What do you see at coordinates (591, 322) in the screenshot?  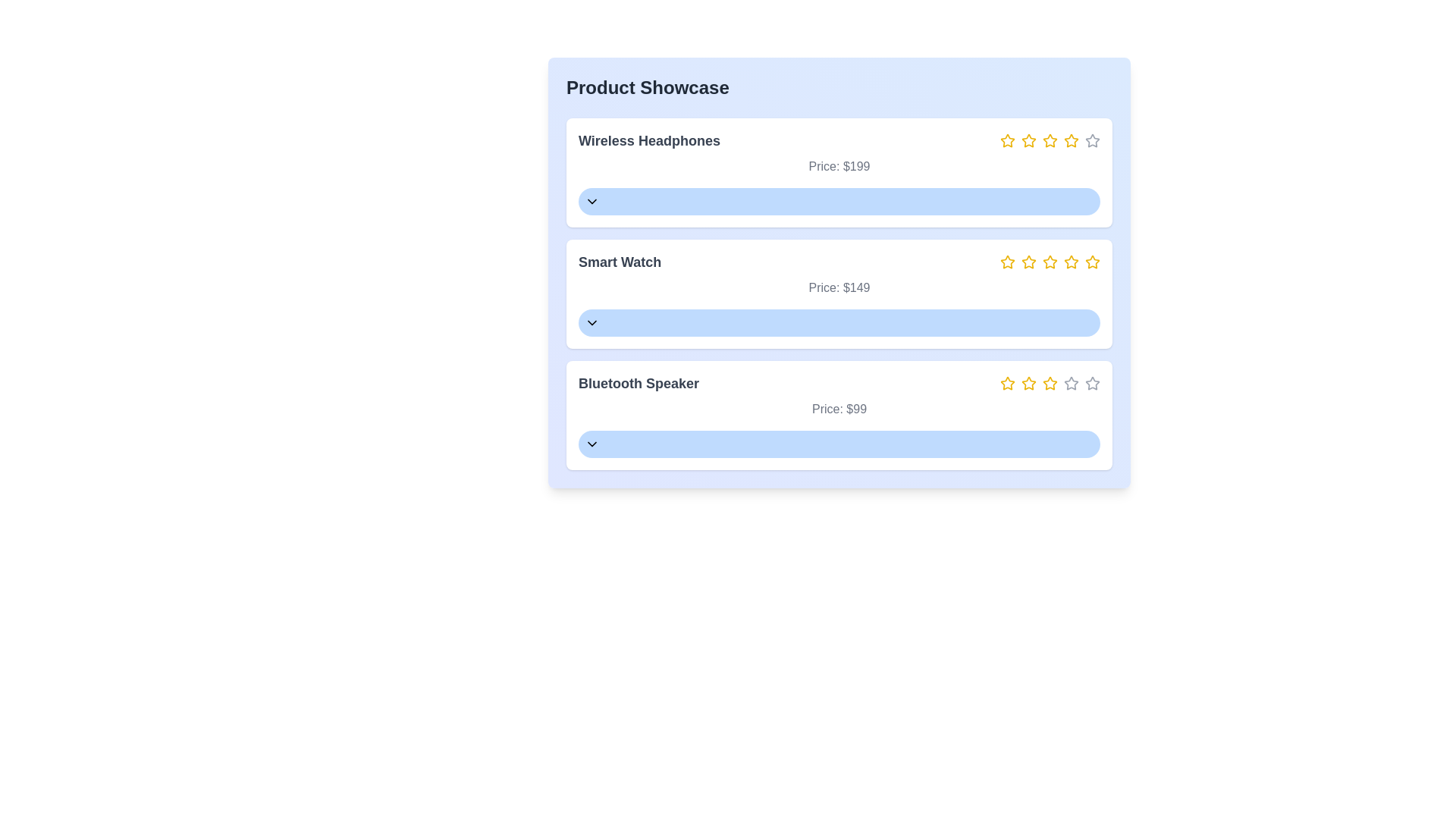 I see `the small downward-facing chevron icon with a thin black stroke located within the interactive button of the 'Smart Watch' section` at bounding box center [591, 322].